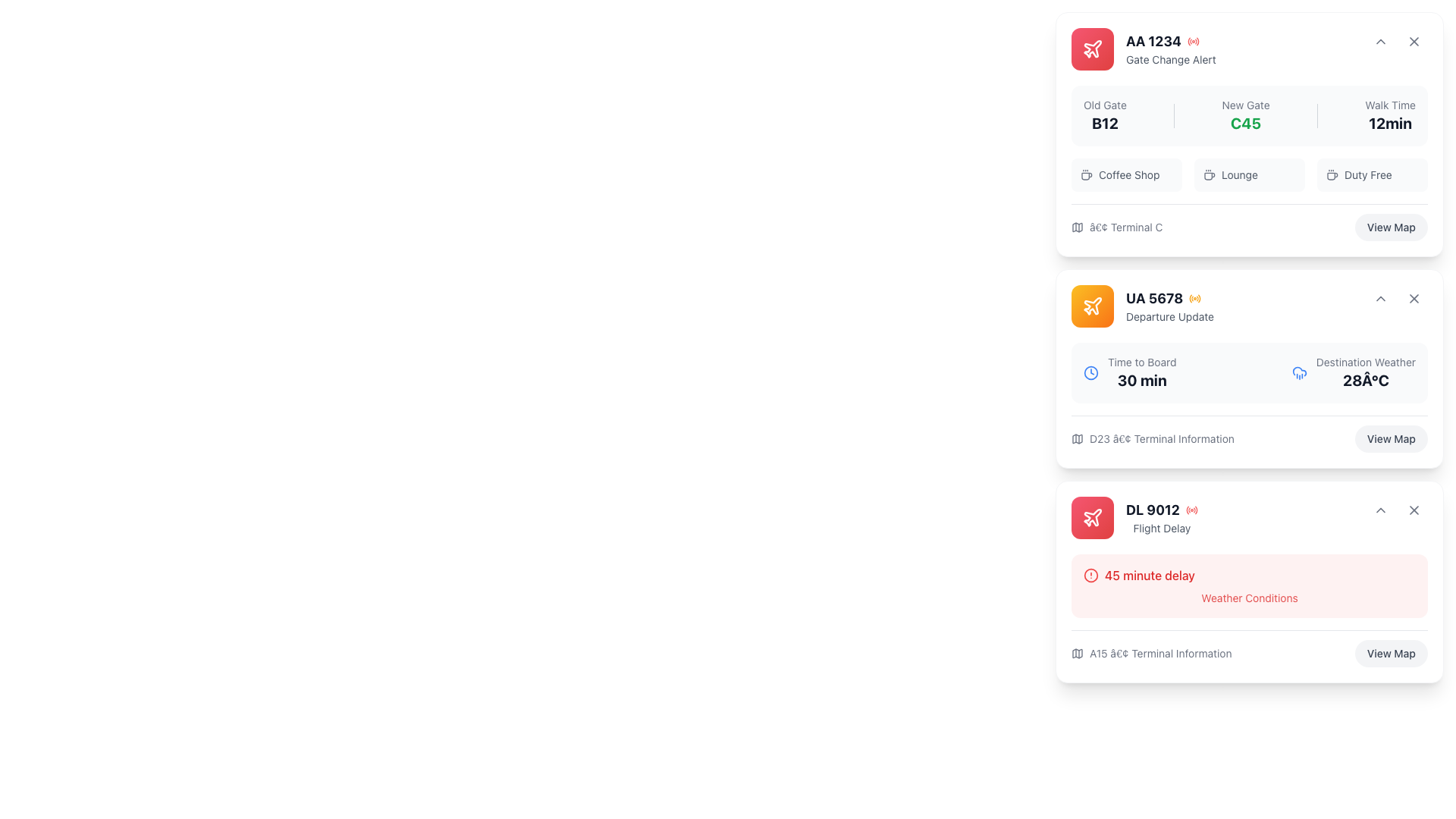 The width and height of the screenshot is (1456, 819). Describe the element at coordinates (1380, 40) in the screenshot. I see `the icon in the upper right-hand corner of the 'AA 1234 Gate Change Alert' card` at that location.